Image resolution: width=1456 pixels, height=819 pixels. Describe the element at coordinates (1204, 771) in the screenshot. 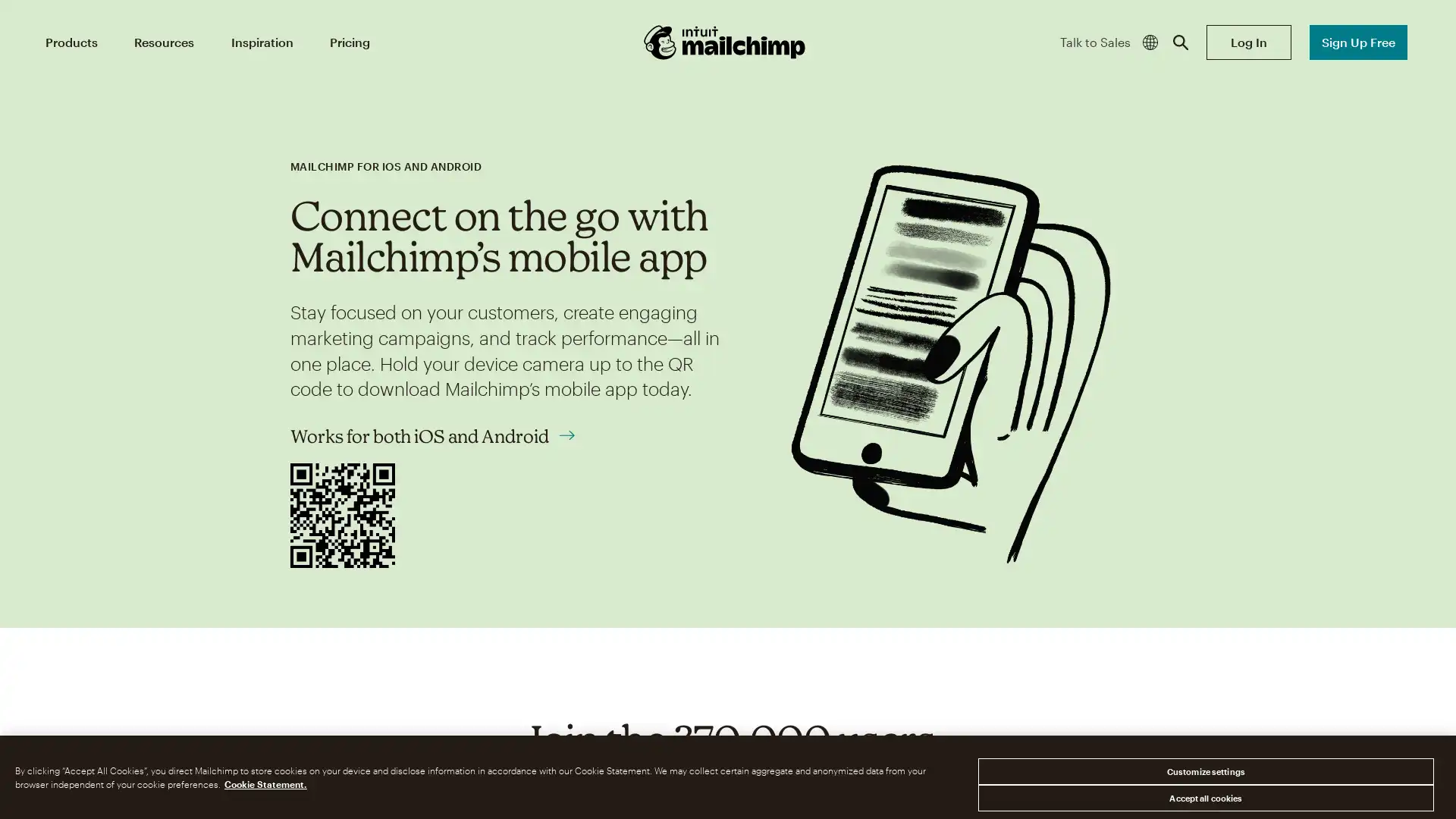

I see `Customize settings` at that location.